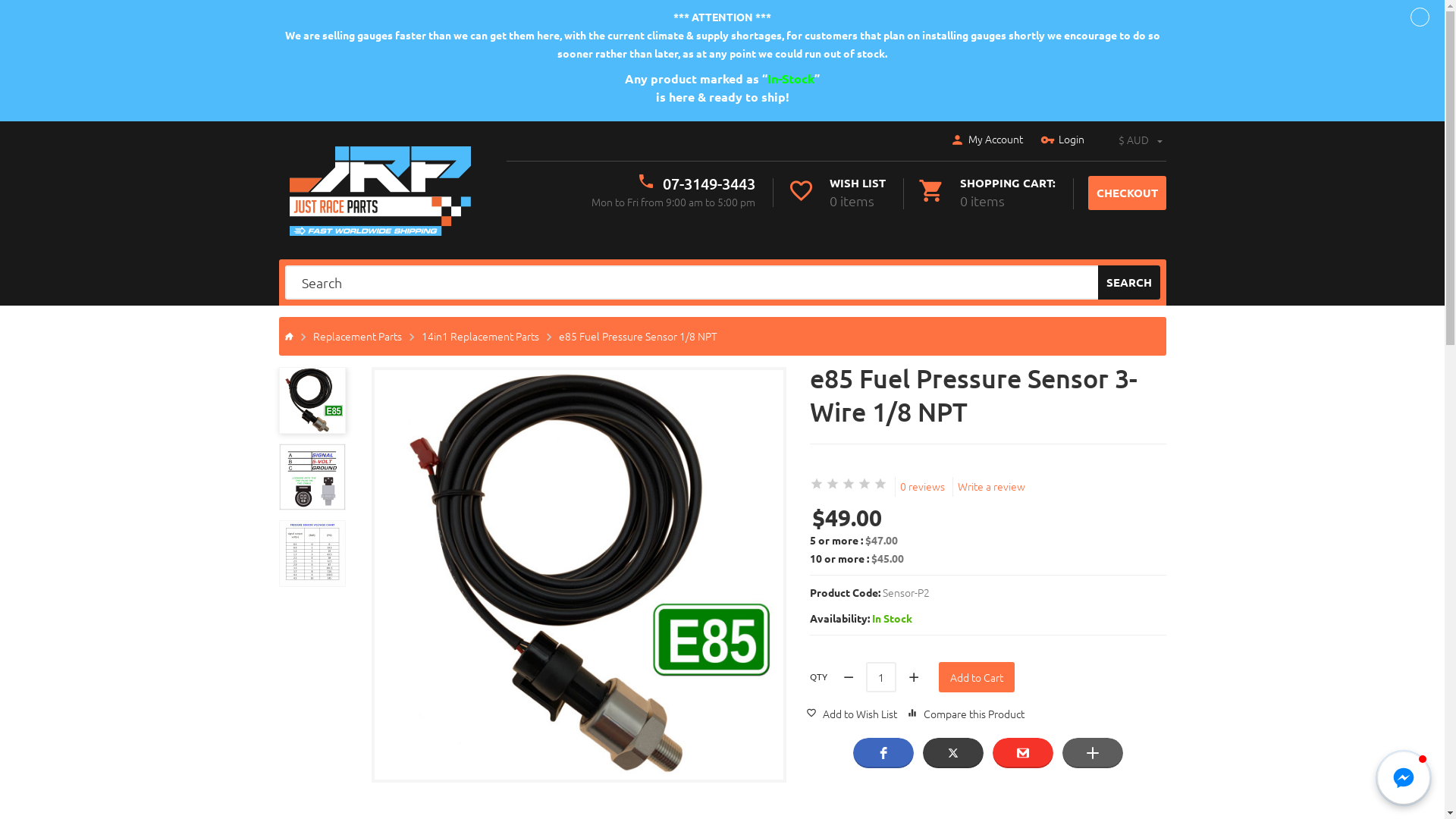  I want to click on 'CHECKOUT', so click(1087, 192).